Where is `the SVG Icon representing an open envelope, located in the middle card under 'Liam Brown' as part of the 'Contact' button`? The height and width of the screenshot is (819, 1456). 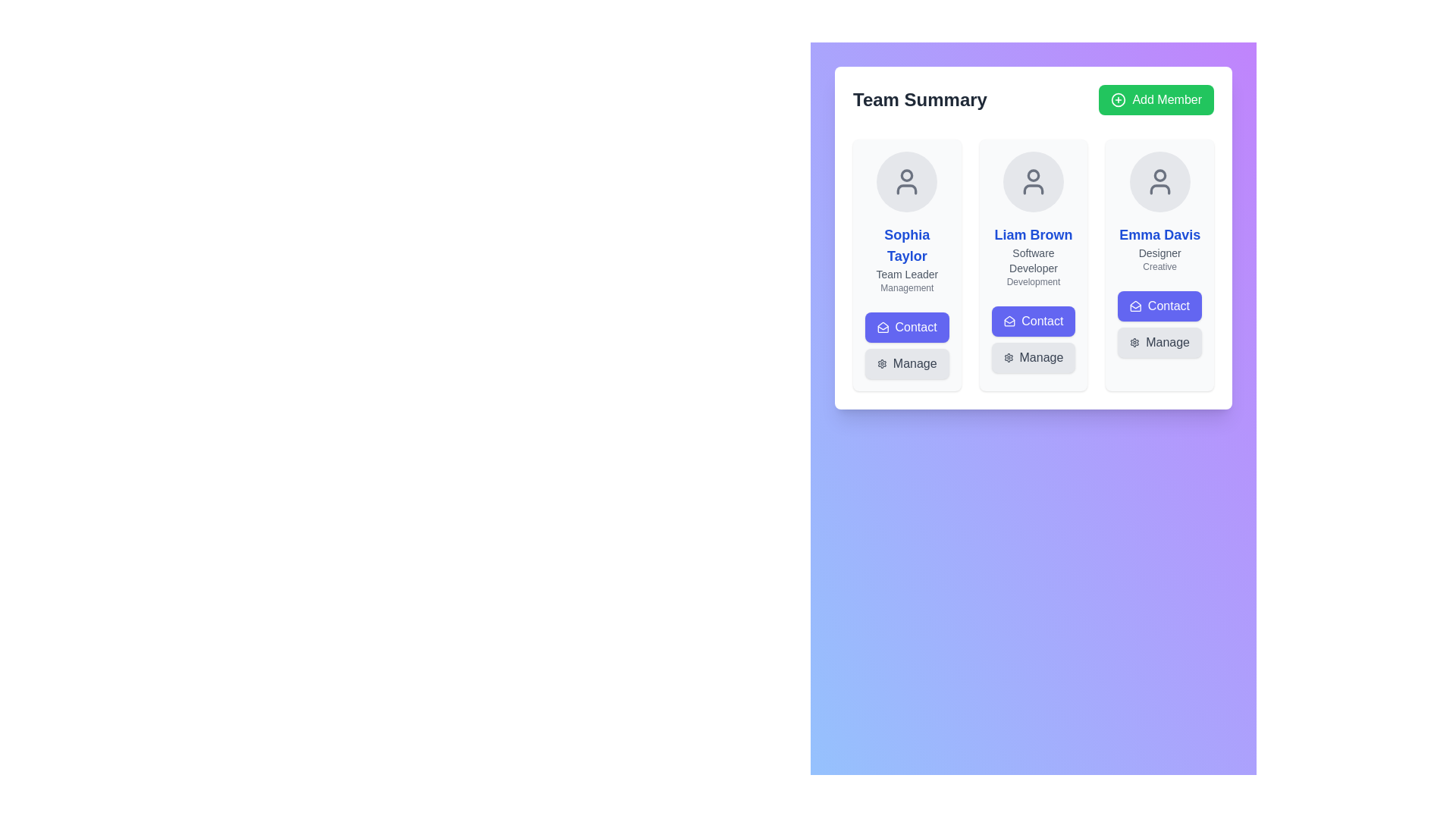
the SVG Icon representing an open envelope, located in the middle card under 'Liam Brown' as part of the 'Contact' button is located at coordinates (1009, 321).